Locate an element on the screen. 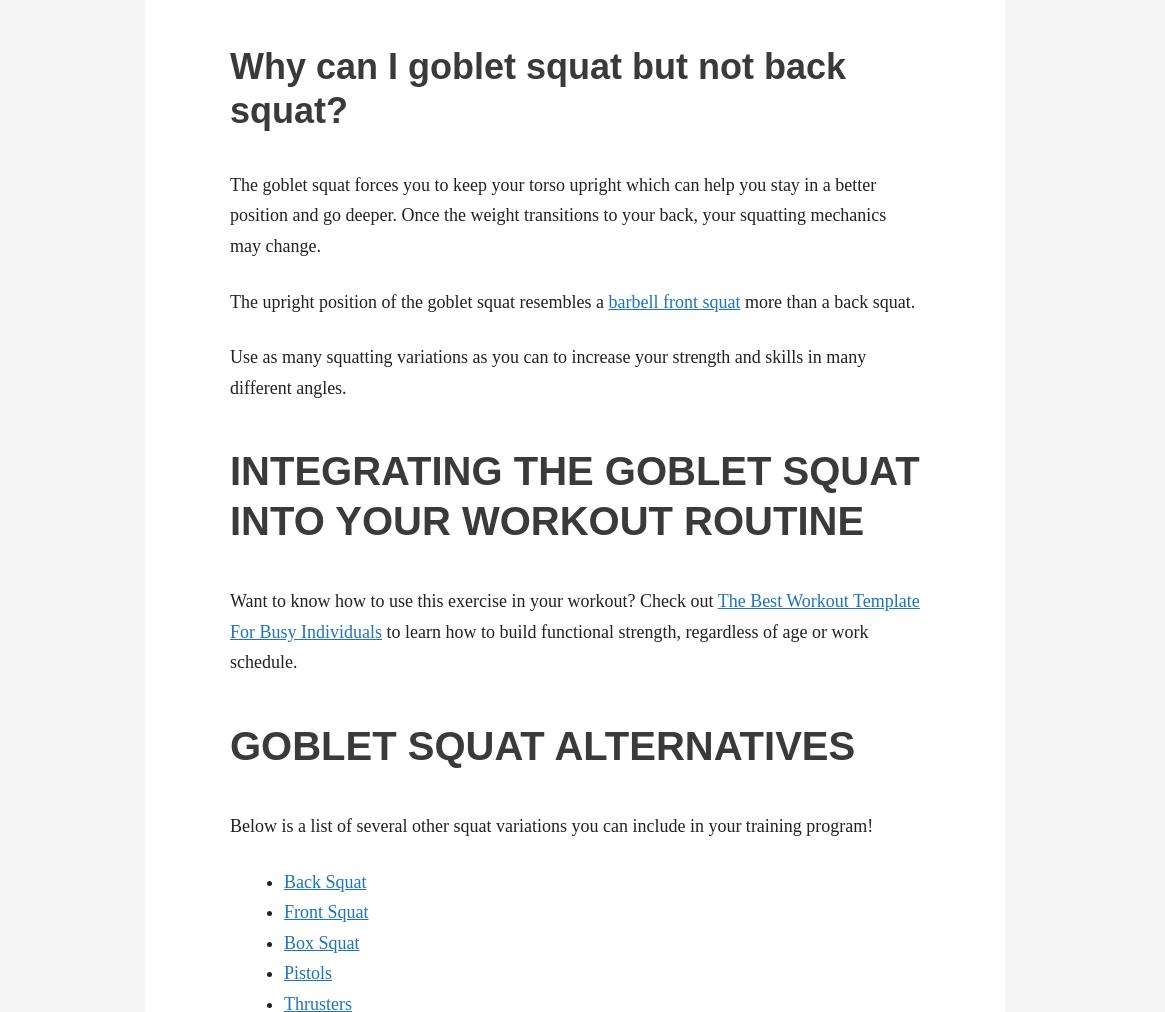 The width and height of the screenshot is (1165, 1012). 'Want to know how to use this exercise in your workout? Check out' is located at coordinates (473, 600).